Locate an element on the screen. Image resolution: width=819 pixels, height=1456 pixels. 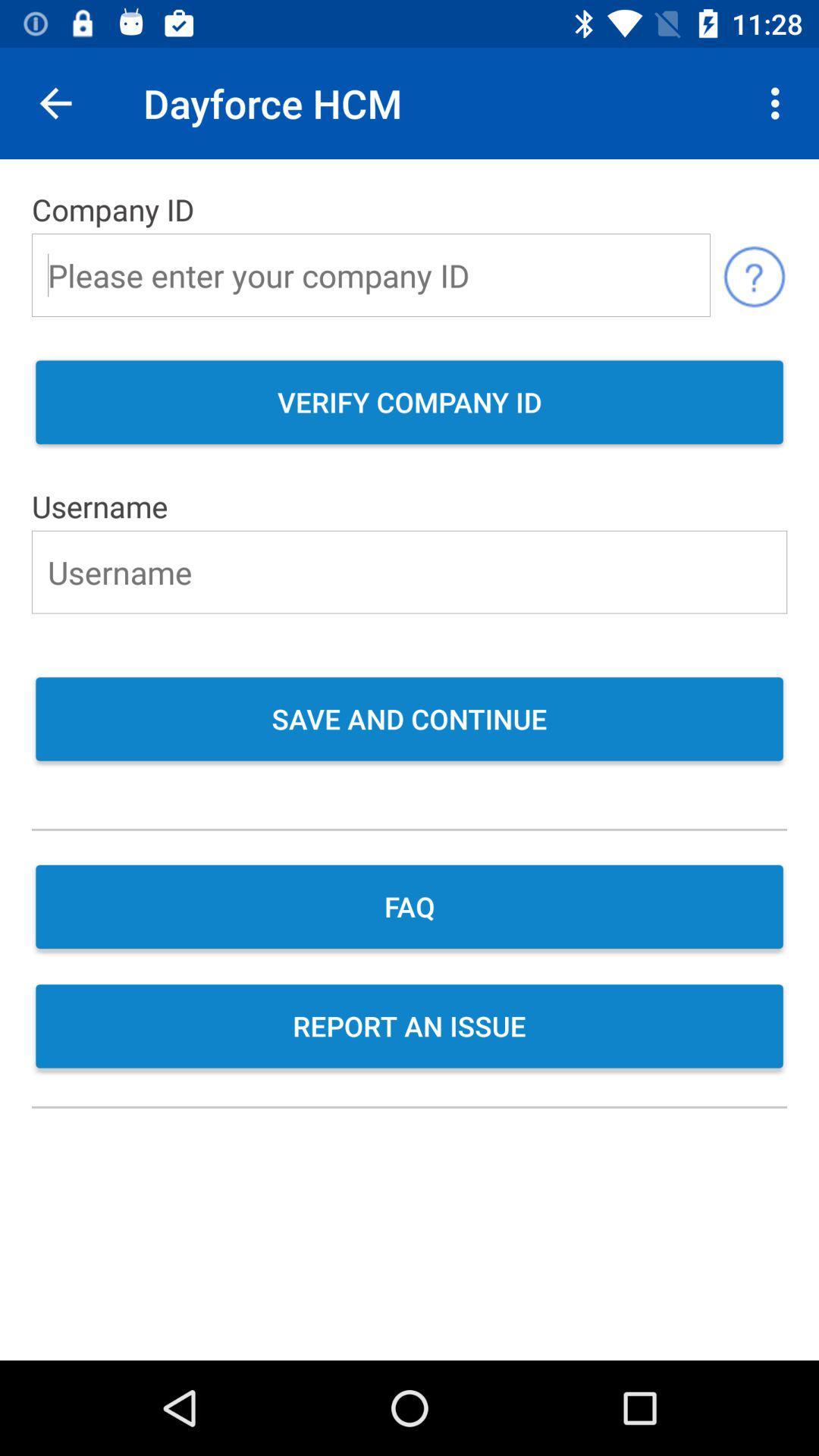
the icon next to dayforce hcm icon is located at coordinates (55, 102).